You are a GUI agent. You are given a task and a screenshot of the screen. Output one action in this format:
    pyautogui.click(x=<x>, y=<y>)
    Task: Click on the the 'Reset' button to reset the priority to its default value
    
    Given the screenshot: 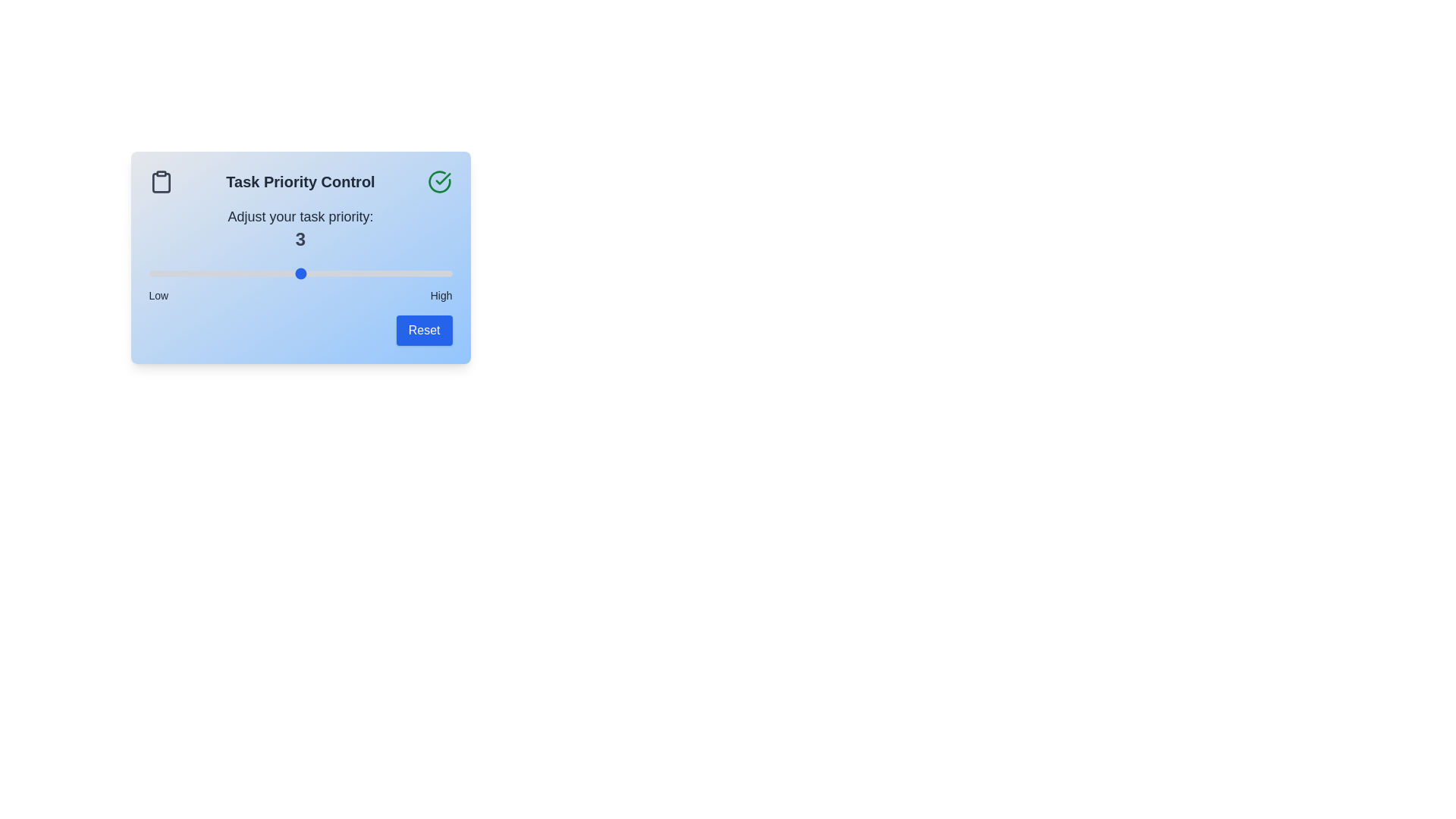 What is the action you would take?
    pyautogui.click(x=424, y=329)
    